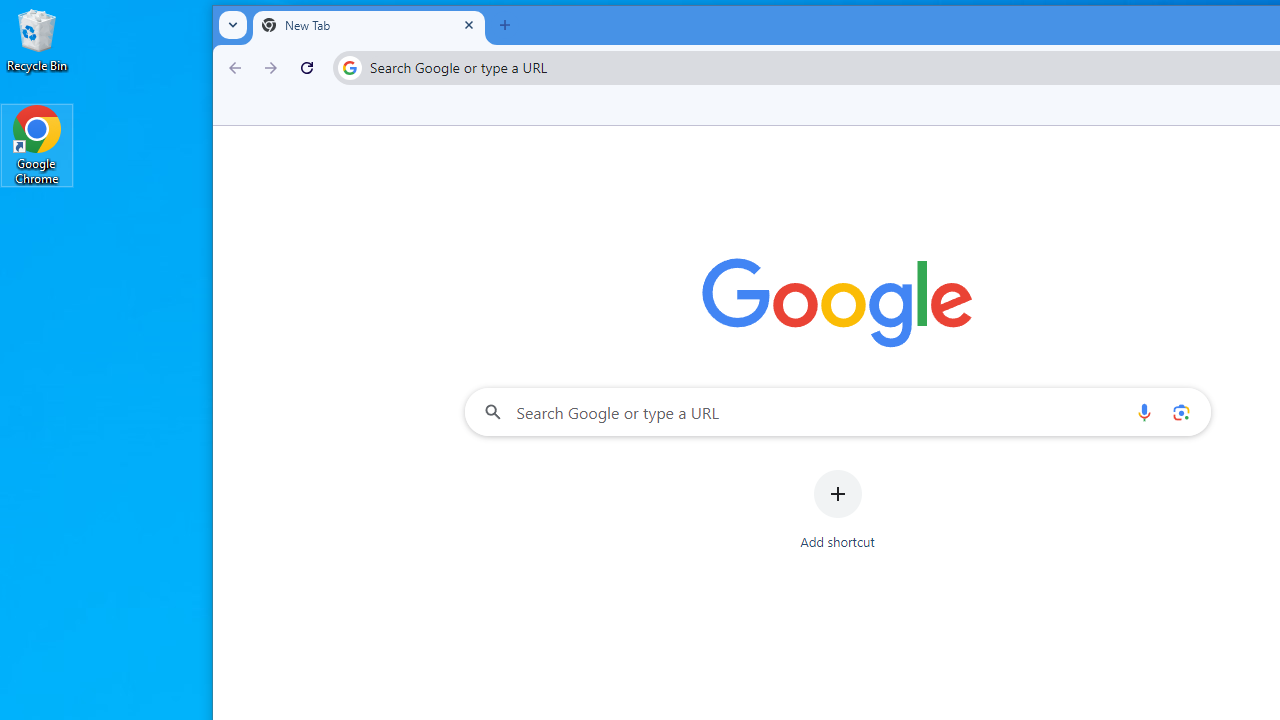 The image size is (1280, 720). What do you see at coordinates (37, 39) in the screenshot?
I see `'Recycle Bin'` at bounding box center [37, 39].